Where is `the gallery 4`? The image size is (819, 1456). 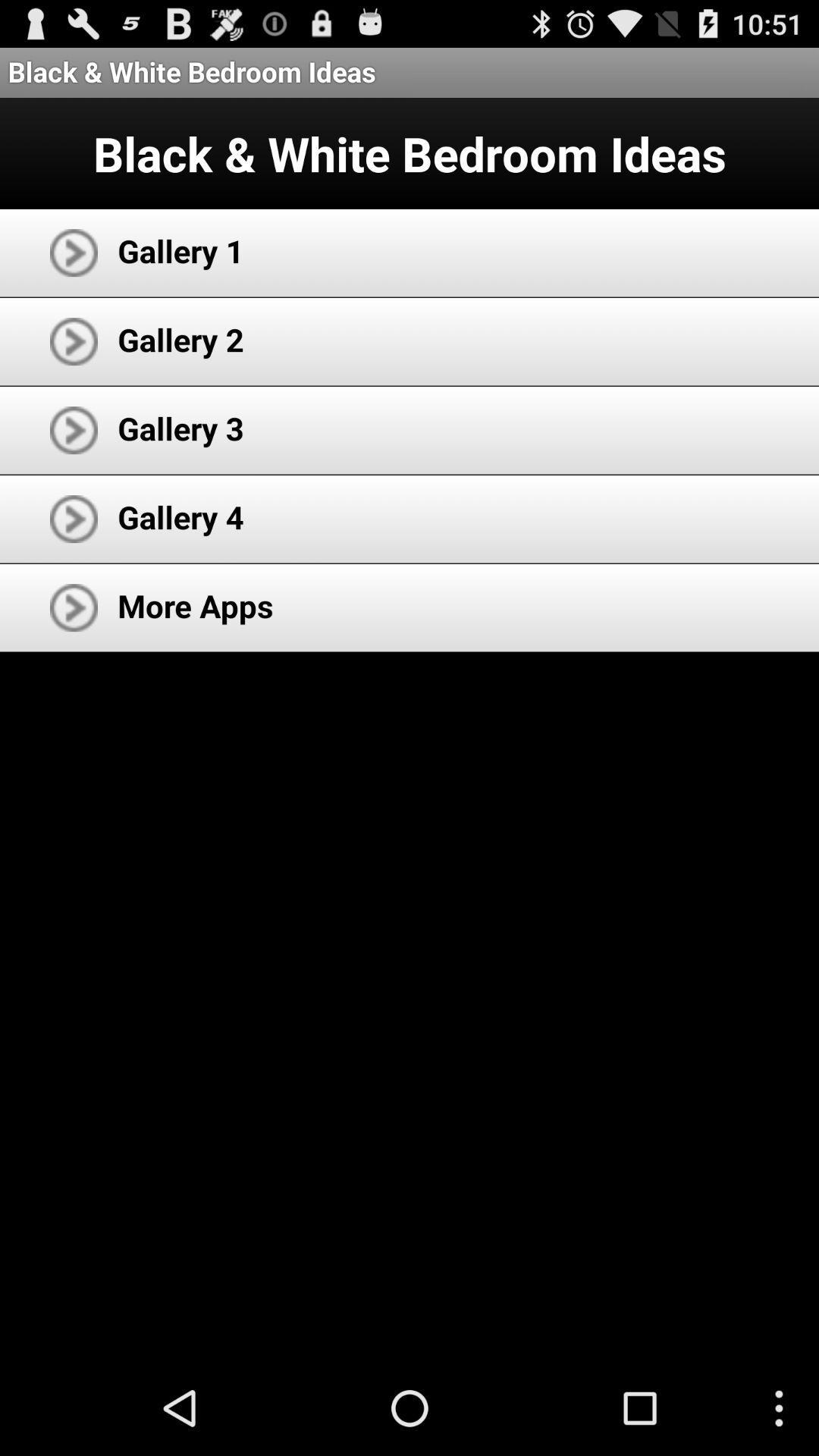 the gallery 4 is located at coordinates (180, 516).